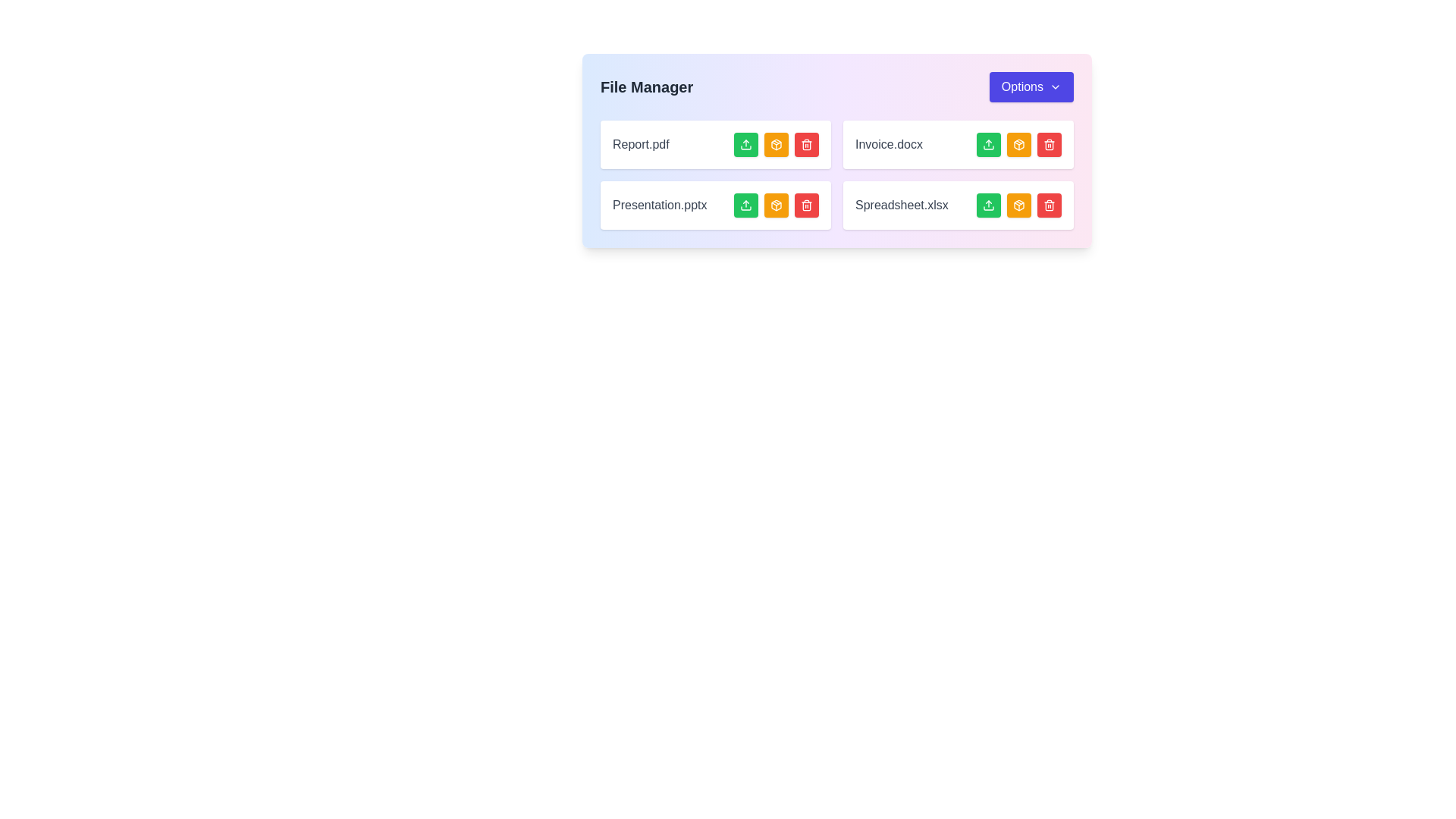 The image size is (1456, 819). Describe the element at coordinates (641, 145) in the screenshot. I see `the static text label displaying 'Report.pdf', which is located within a white, rounded rectangle and is the first text in the top row of file entry listings` at that location.